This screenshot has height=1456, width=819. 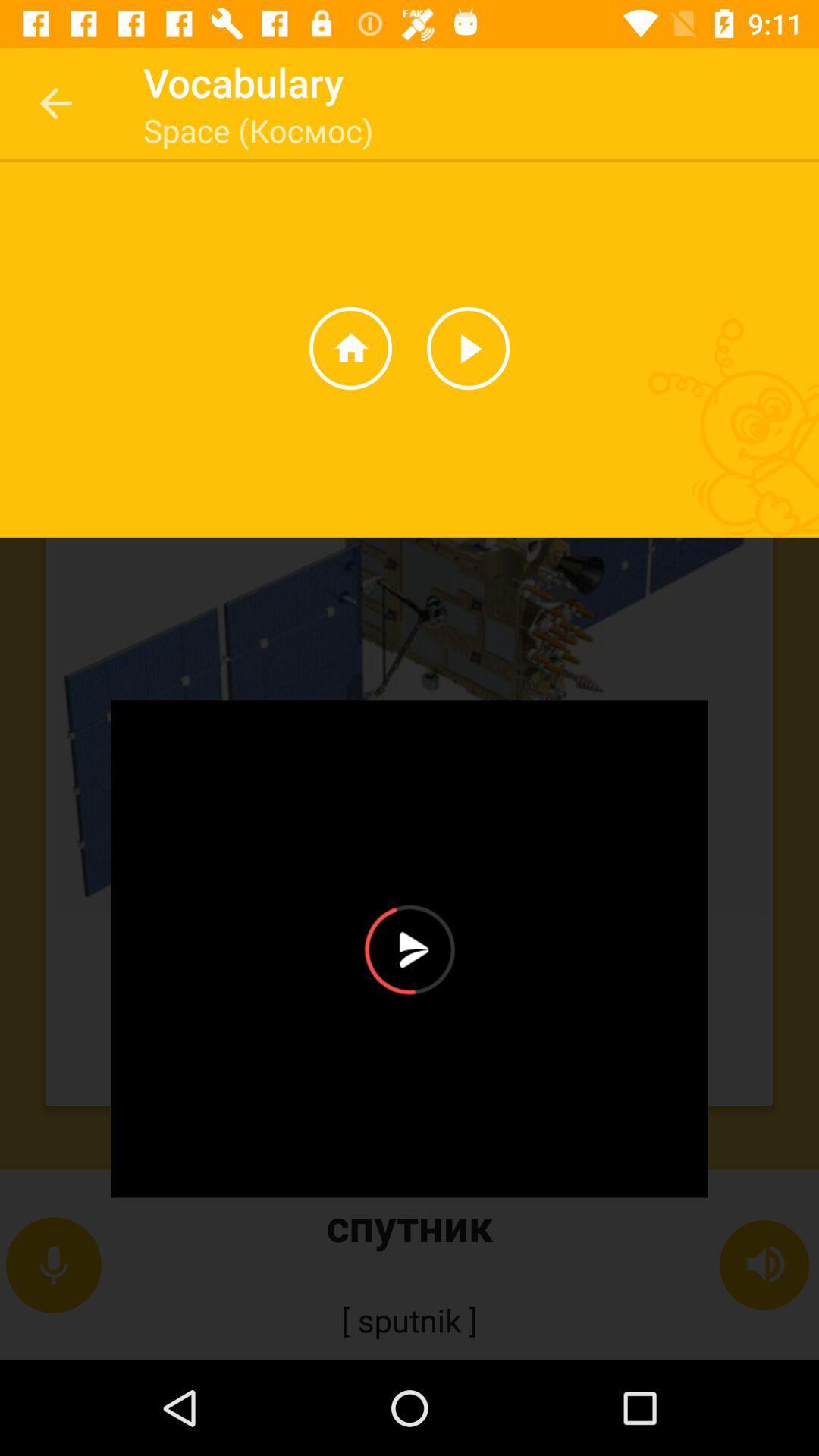 I want to click on the volume icon, so click(x=765, y=1265).